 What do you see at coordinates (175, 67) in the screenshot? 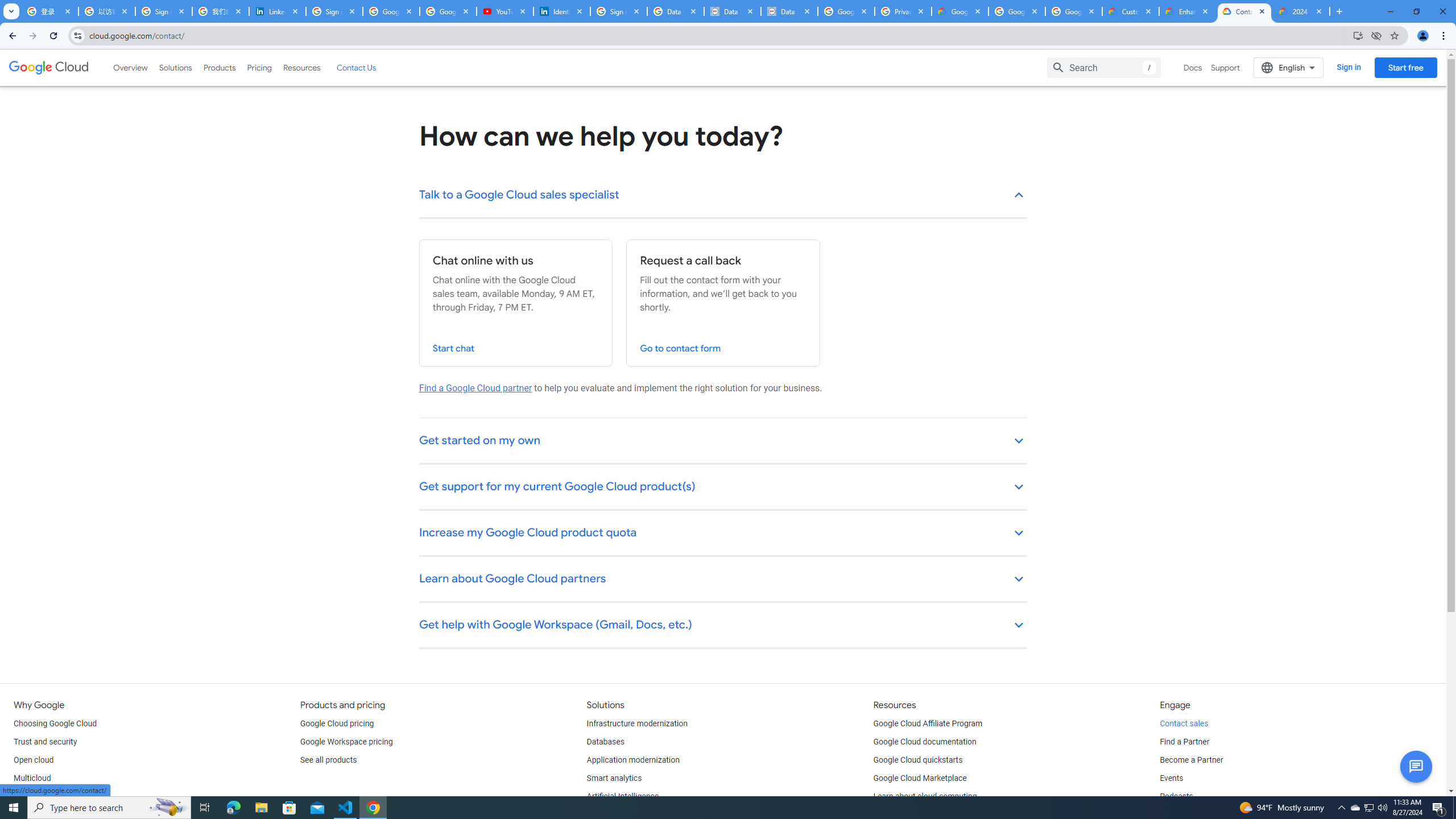
I see `'Solutions'` at bounding box center [175, 67].